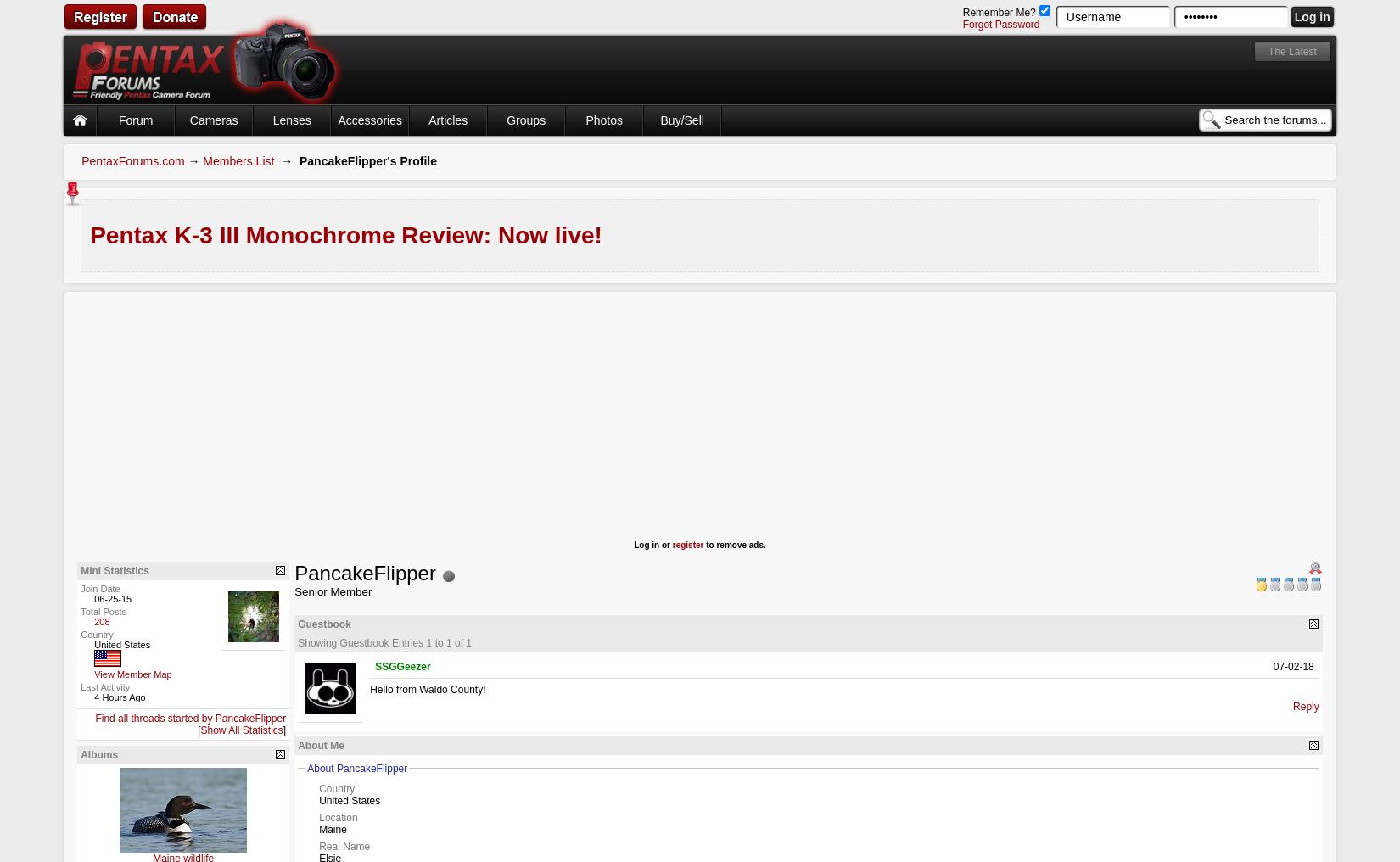 The width and height of the screenshot is (1400, 862). Describe the element at coordinates (105, 686) in the screenshot. I see `'Last Activity'` at that location.